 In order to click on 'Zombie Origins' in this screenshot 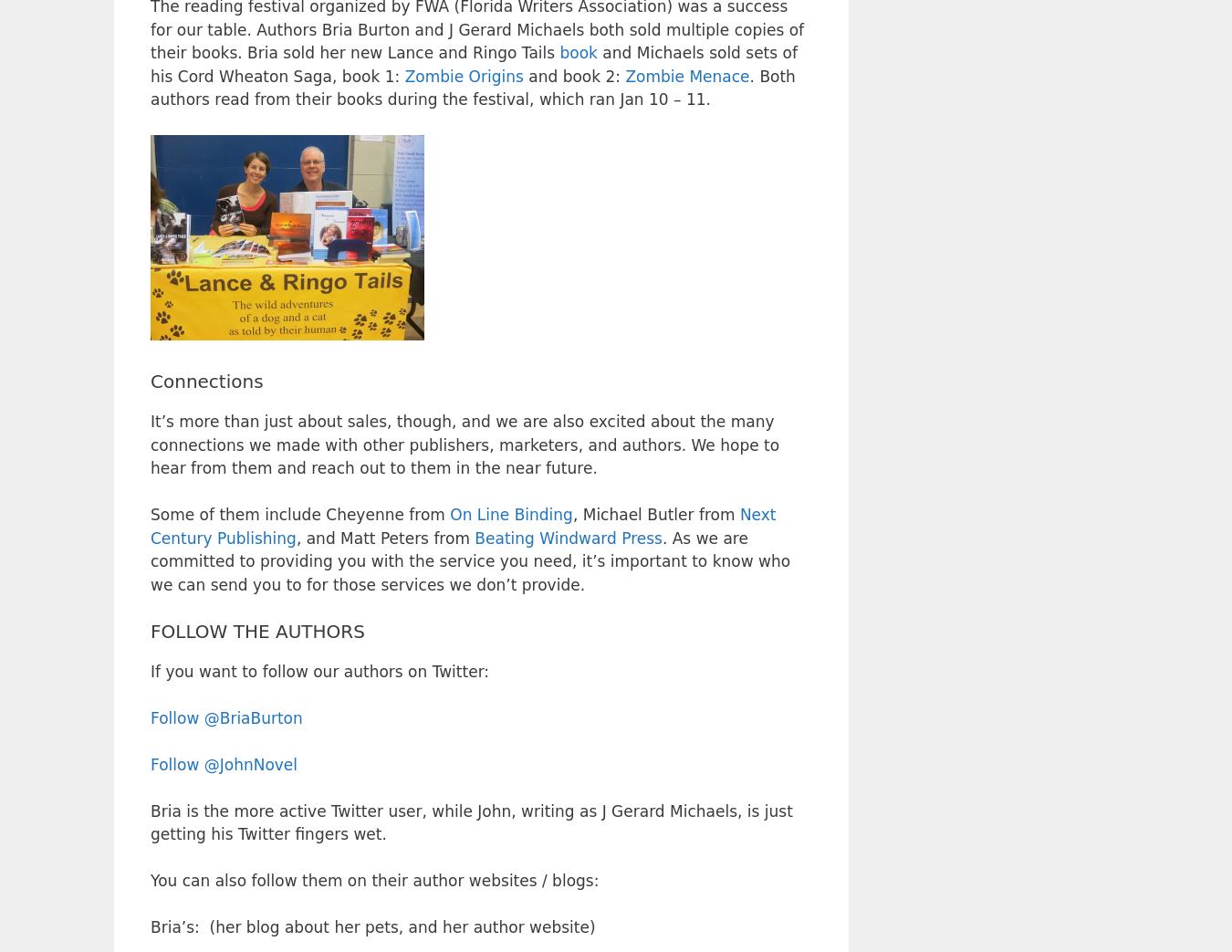, I will do `click(463, 76)`.